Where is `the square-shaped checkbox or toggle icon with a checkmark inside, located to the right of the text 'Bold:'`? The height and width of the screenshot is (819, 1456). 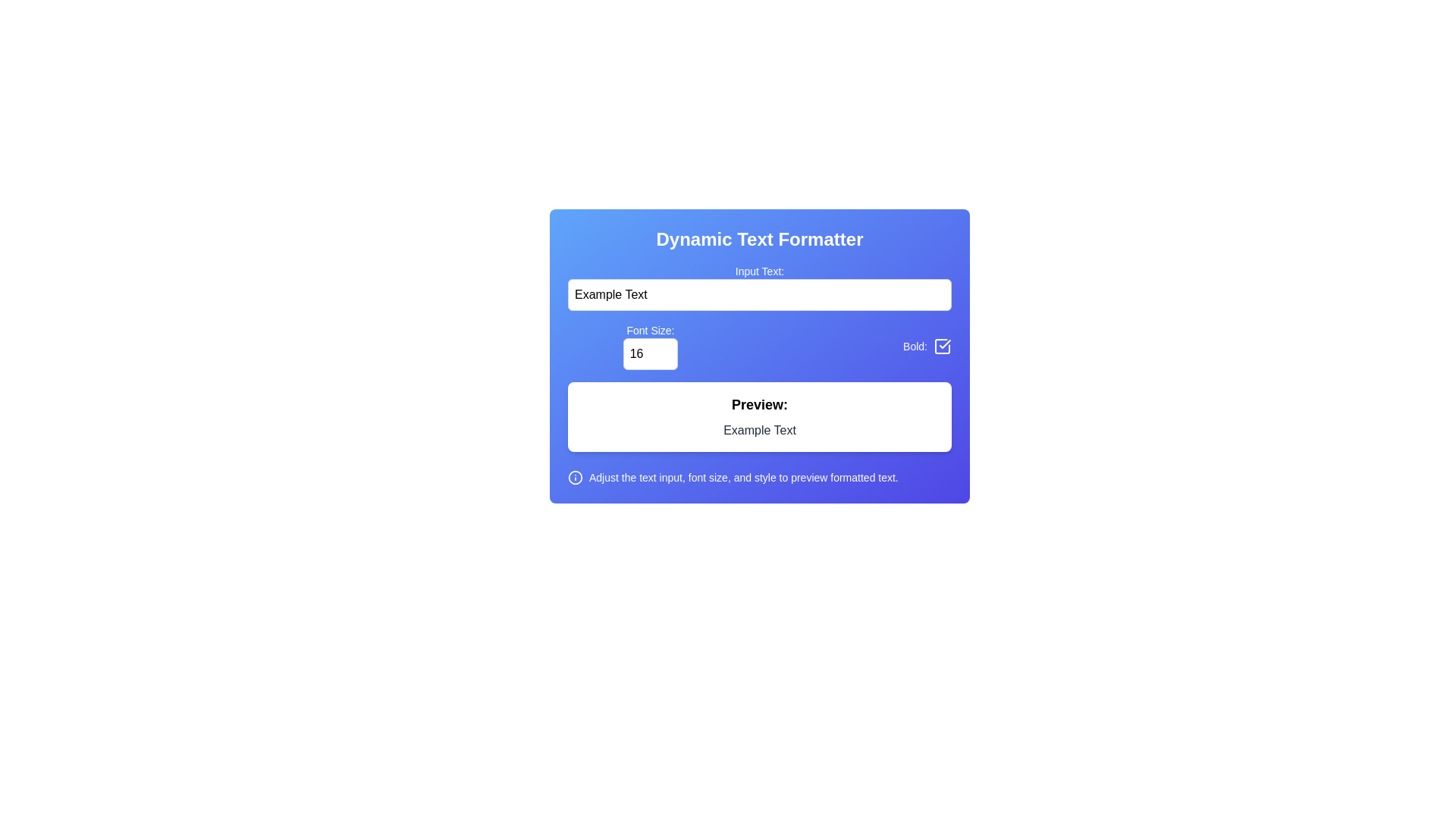
the square-shaped checkbox or toggle icon with a checkmark inside, located to the right of the text 'Bold:' is located at coordinates (942, 346).